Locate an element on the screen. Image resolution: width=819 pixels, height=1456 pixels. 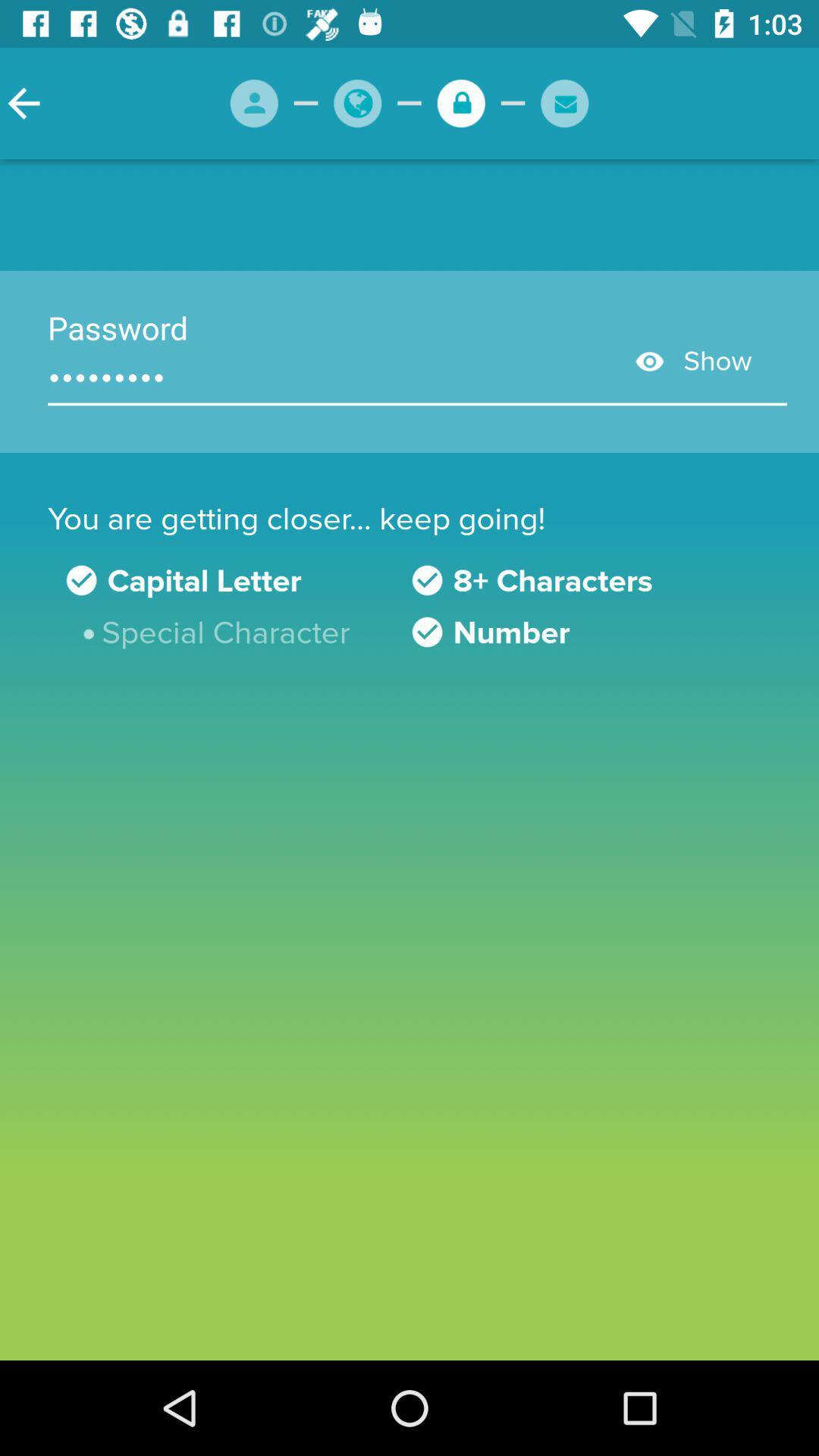
go back is located at coordinates (24, 102).